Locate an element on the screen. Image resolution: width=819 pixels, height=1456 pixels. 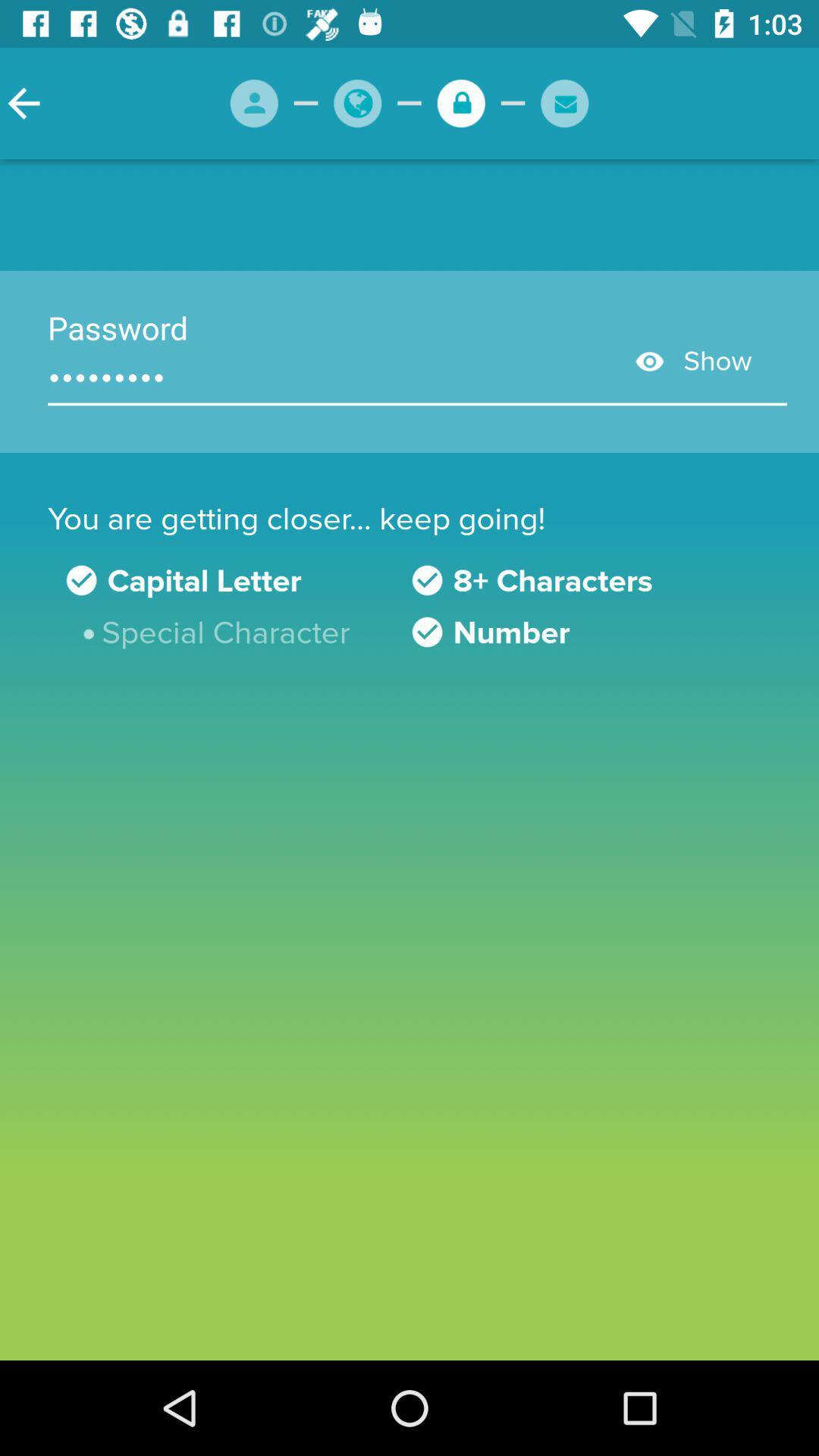
go back is located at coordinates (24, 102).